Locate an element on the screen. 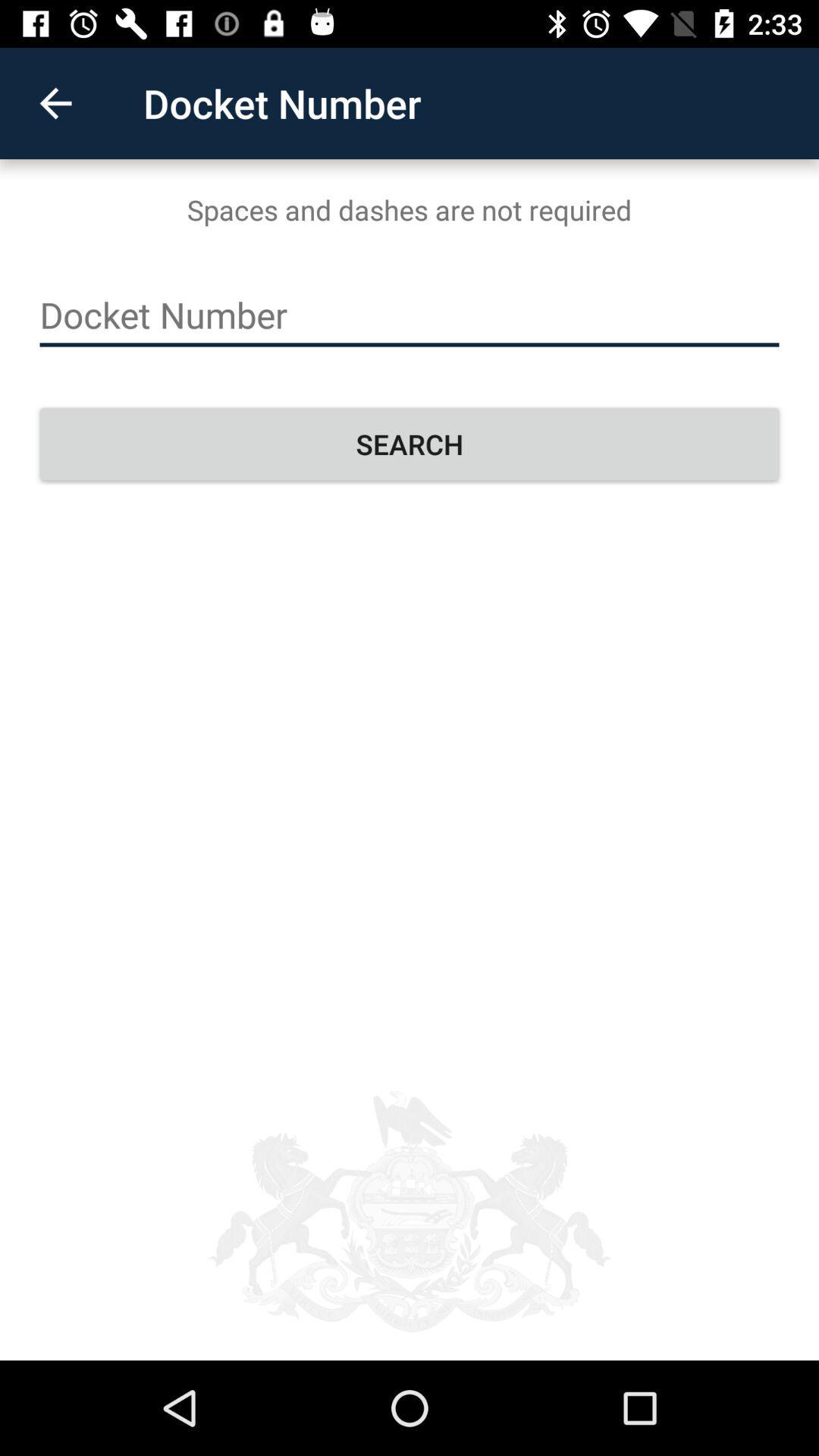 Image resolution: width=819 pixels, height=1456 pixels. the icon to the left of the docket number icon is located at coordinates (55, 102).